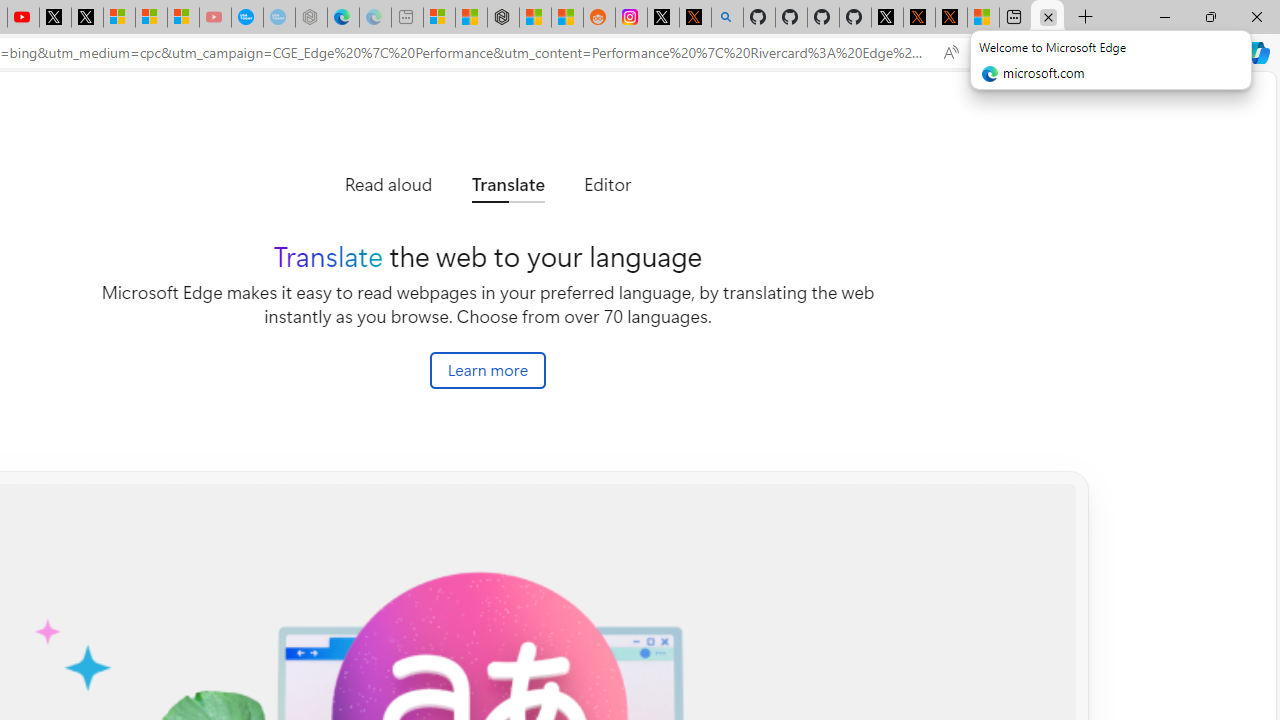  What do you see at coordinates (246, 17) in the screenshot?
I see `'Opinion: Op-Ed and Commentary - USA TODAY'` at bounding box center [246, 17].